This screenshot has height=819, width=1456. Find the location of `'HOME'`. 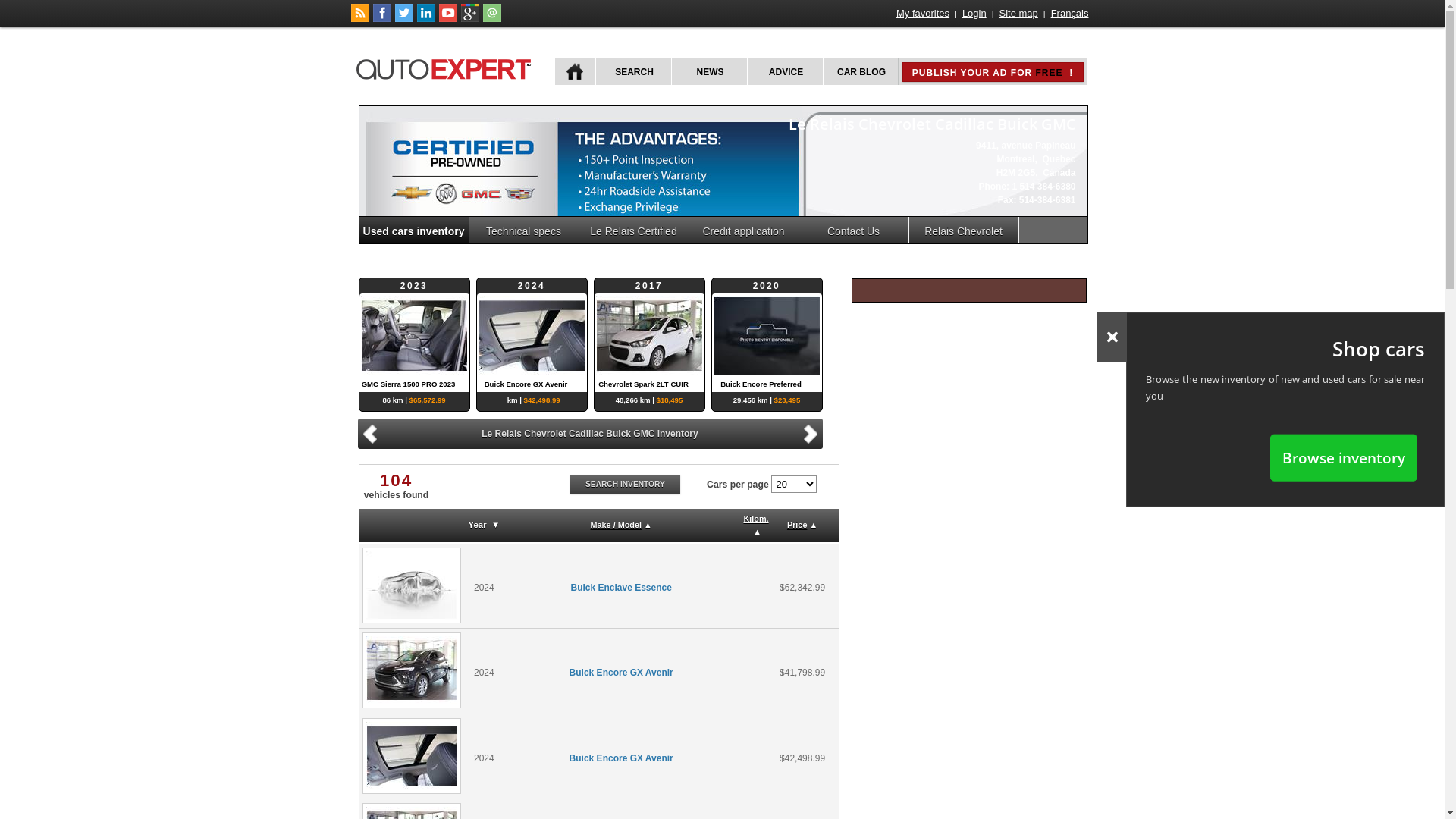

'HOME' is located at coordinates (554, 71).